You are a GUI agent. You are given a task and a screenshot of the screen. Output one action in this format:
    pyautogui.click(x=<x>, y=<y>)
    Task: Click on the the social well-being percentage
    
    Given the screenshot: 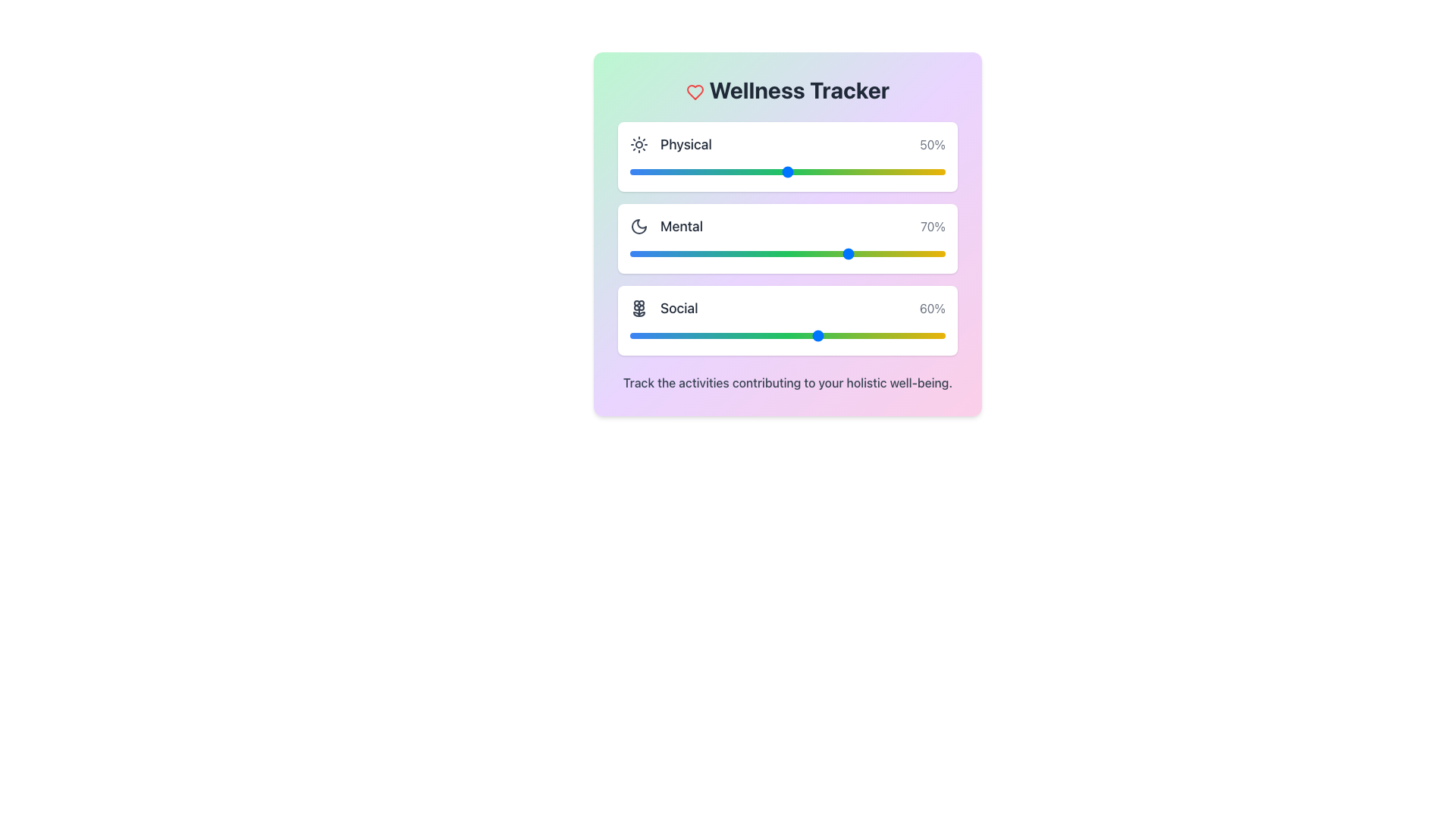 What is the action you would take?
    pyautogui.click(x=796, y=335)
    